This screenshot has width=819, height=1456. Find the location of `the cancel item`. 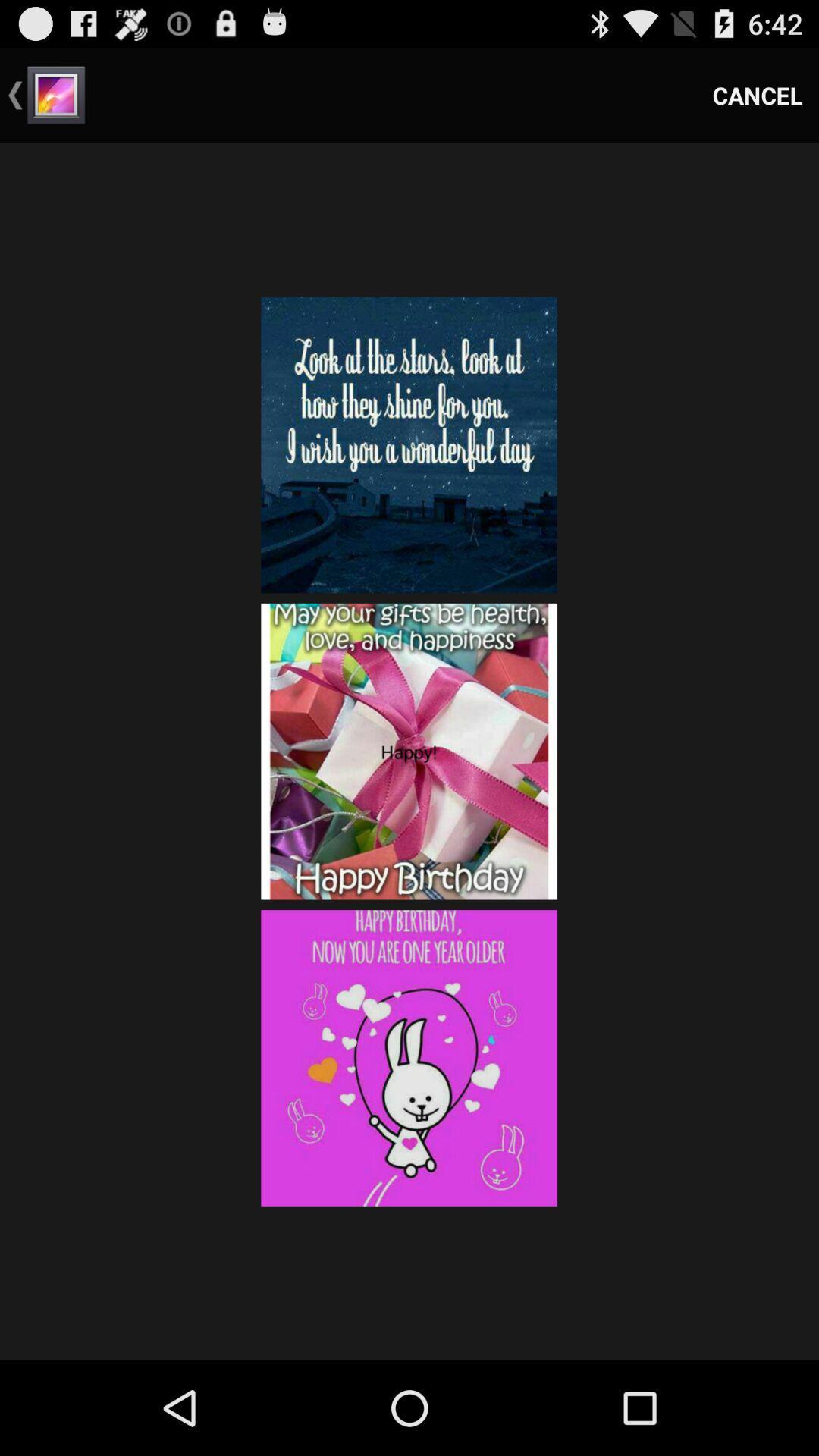

the cancel item is located at coordinates (758, 94).